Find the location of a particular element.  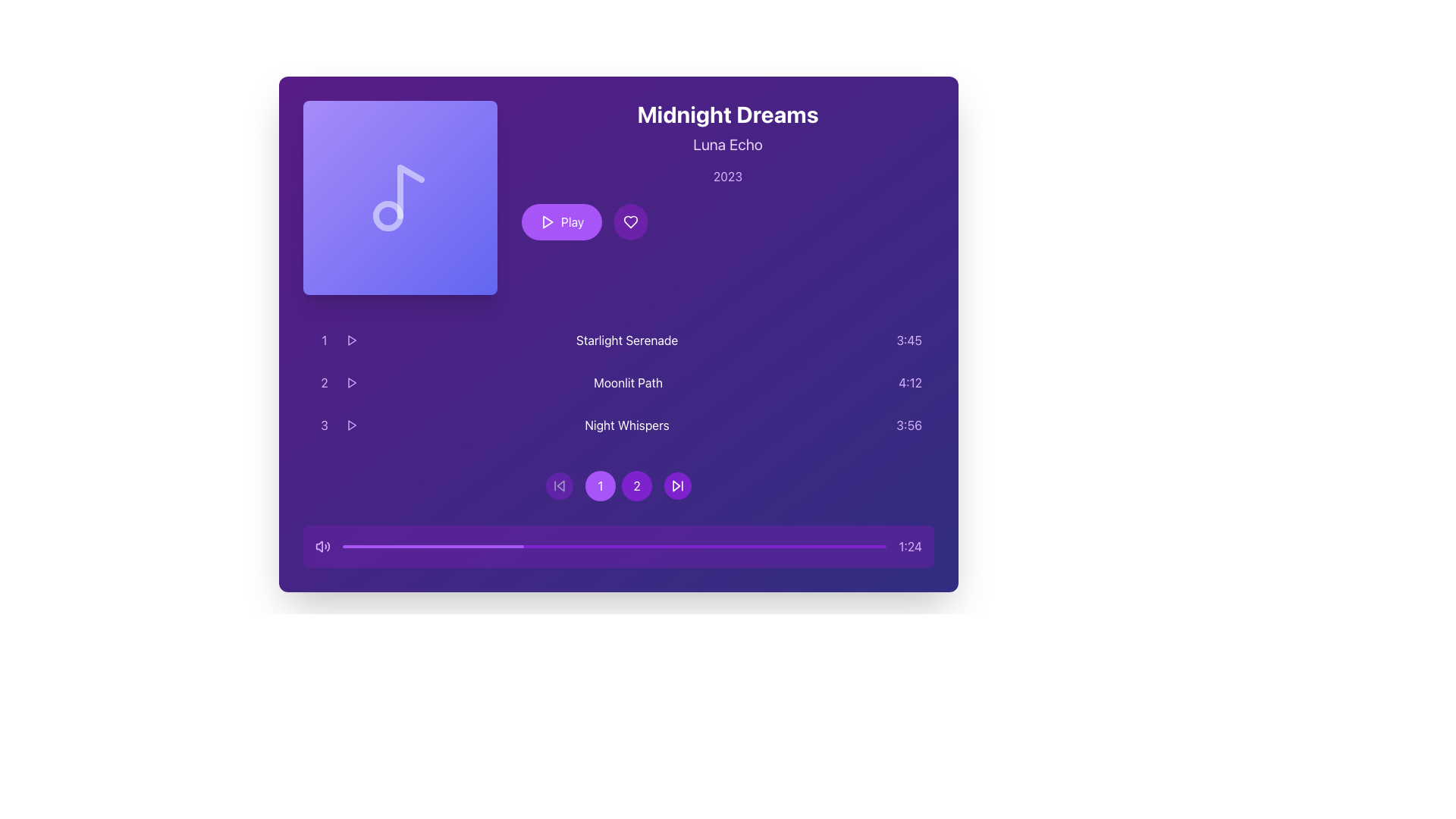

the Text block displaying the title, artist, and release year of the currently playing music album, located to the right of the album artwork icon and above the action row is located at coordinates (728, 170).